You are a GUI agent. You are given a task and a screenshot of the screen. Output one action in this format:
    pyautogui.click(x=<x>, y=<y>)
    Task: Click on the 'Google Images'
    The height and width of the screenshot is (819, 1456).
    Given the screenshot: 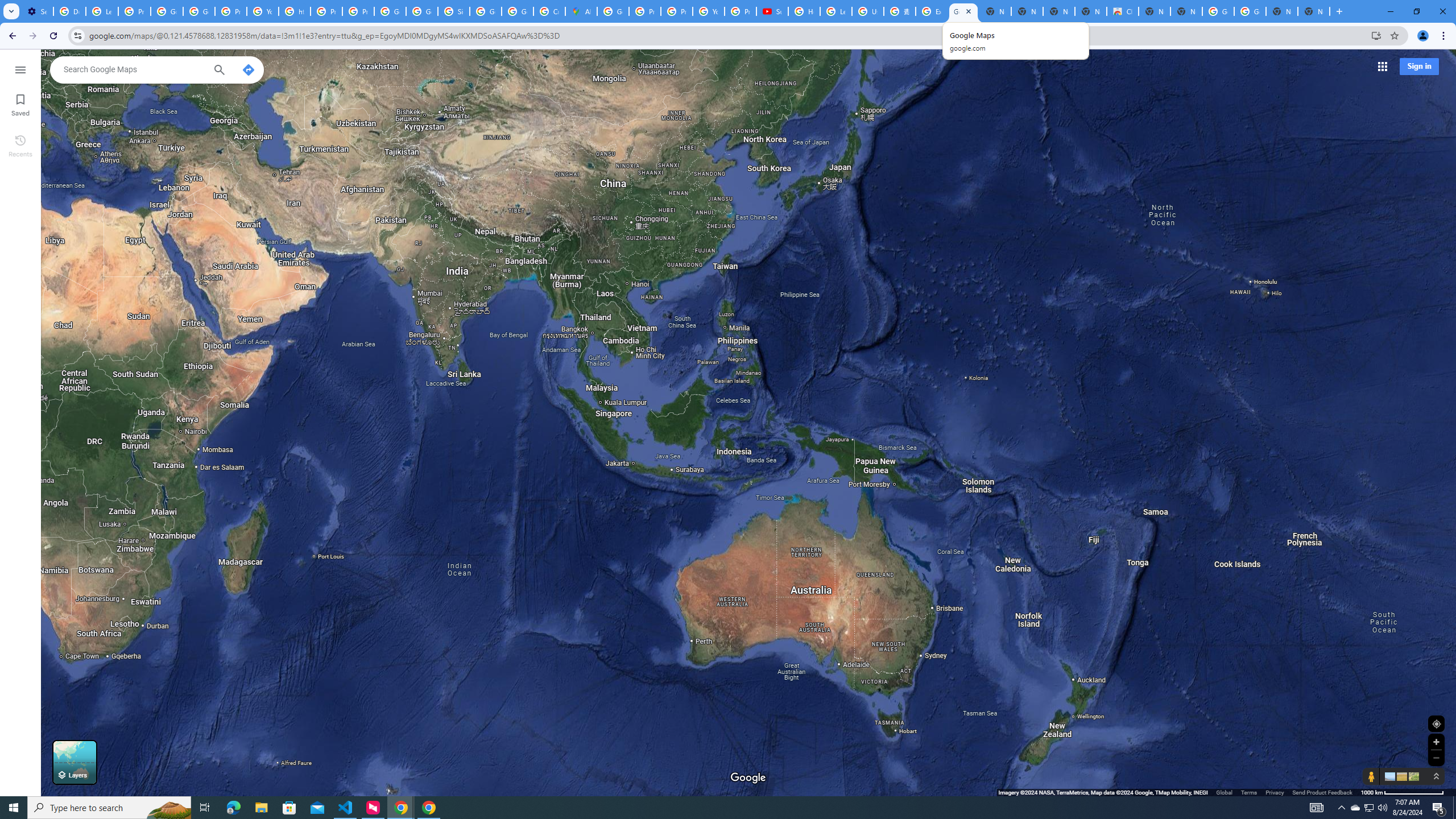 What is the action you would take?
    pyautogui.click(x=1217, y=11)
    